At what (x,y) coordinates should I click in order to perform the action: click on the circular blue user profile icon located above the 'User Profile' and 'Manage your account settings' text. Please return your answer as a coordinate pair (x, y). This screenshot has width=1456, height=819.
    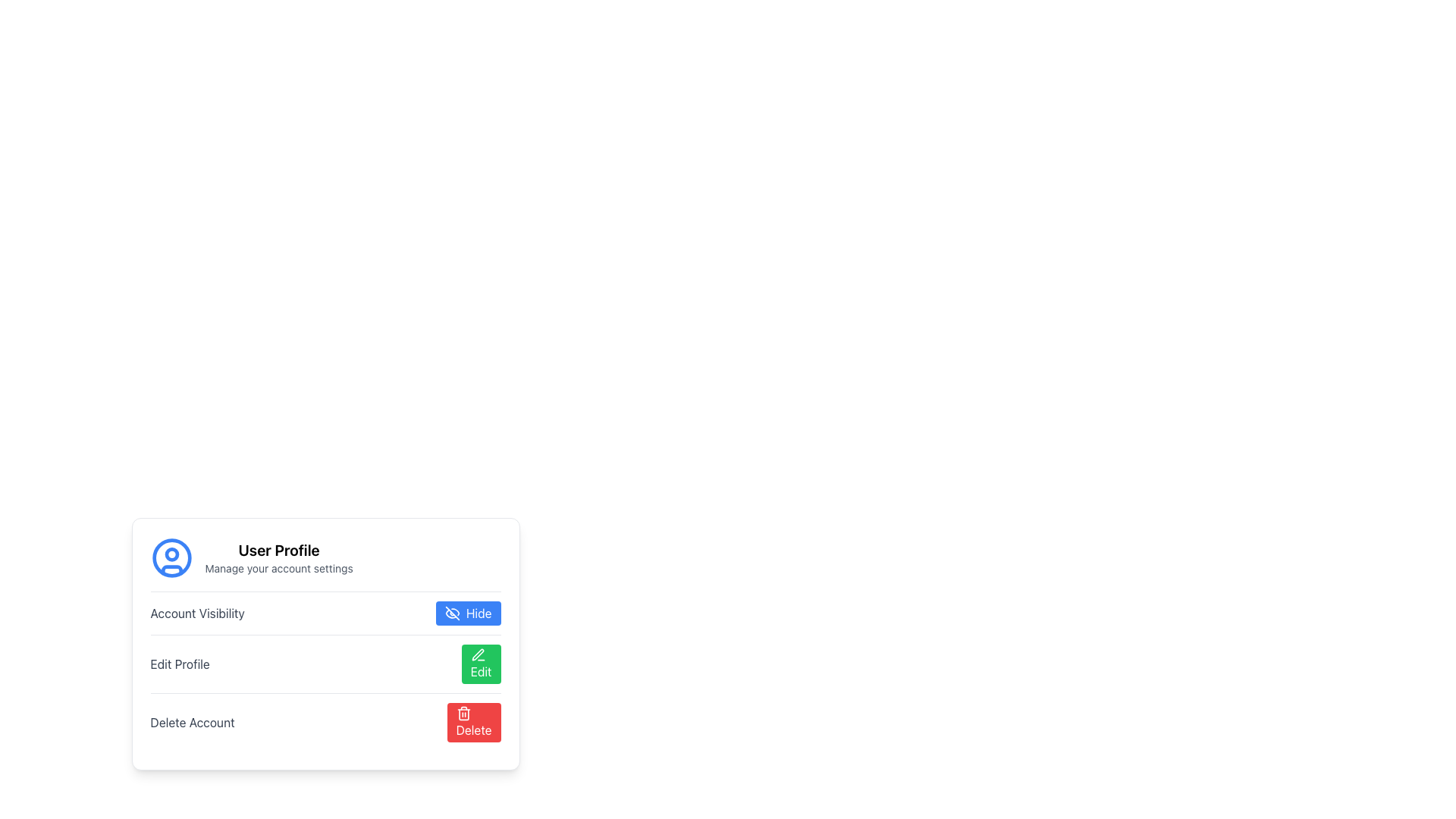
    Looking at the image, I should click on (171, 558).